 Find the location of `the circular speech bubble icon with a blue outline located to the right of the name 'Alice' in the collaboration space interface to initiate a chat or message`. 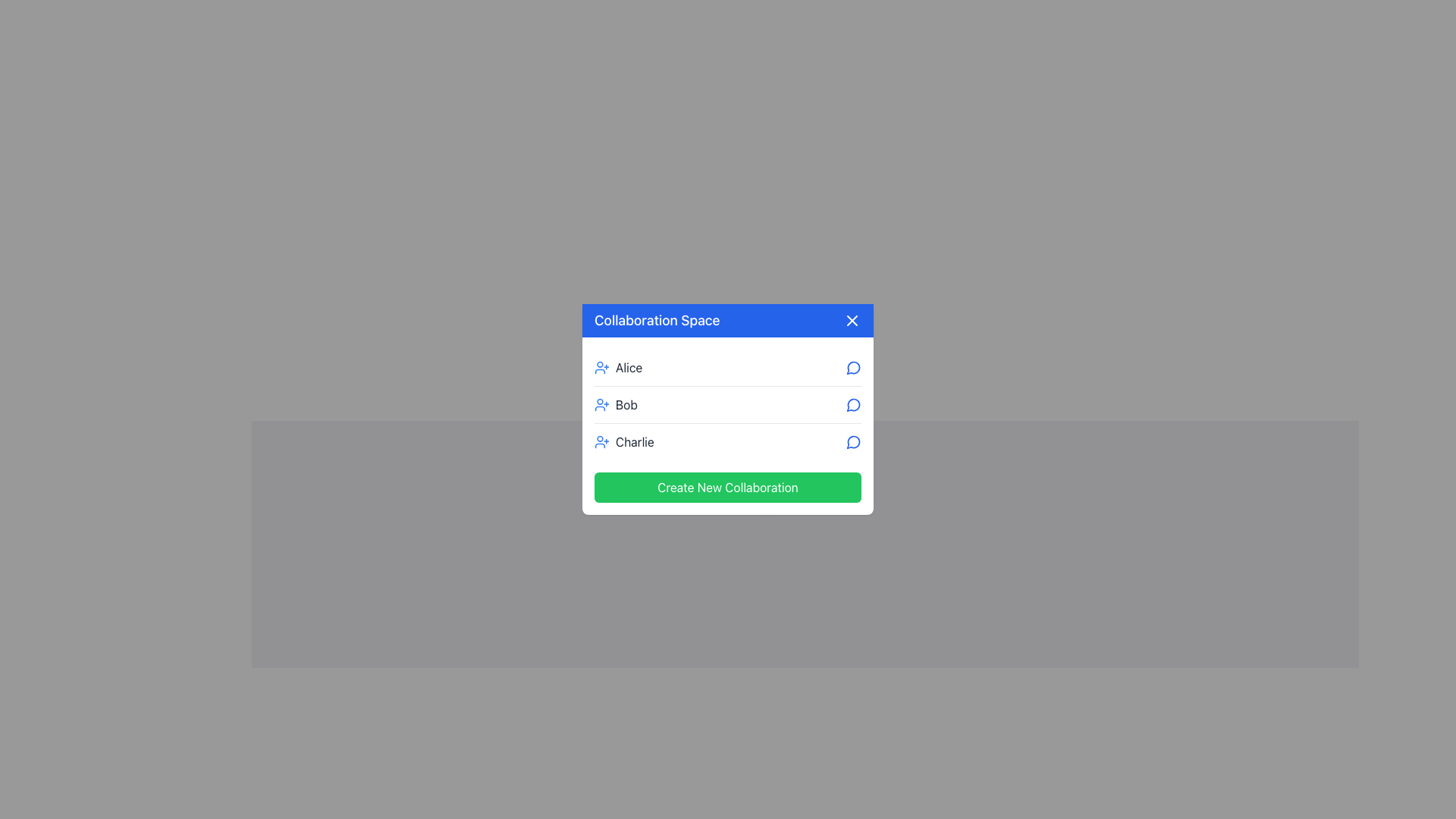

the circular speech bubble icon with a blue outline located to the right of the name 'Alice' in the collaboration space interface to initiate a chat or message is located at coordinates (854, 368).